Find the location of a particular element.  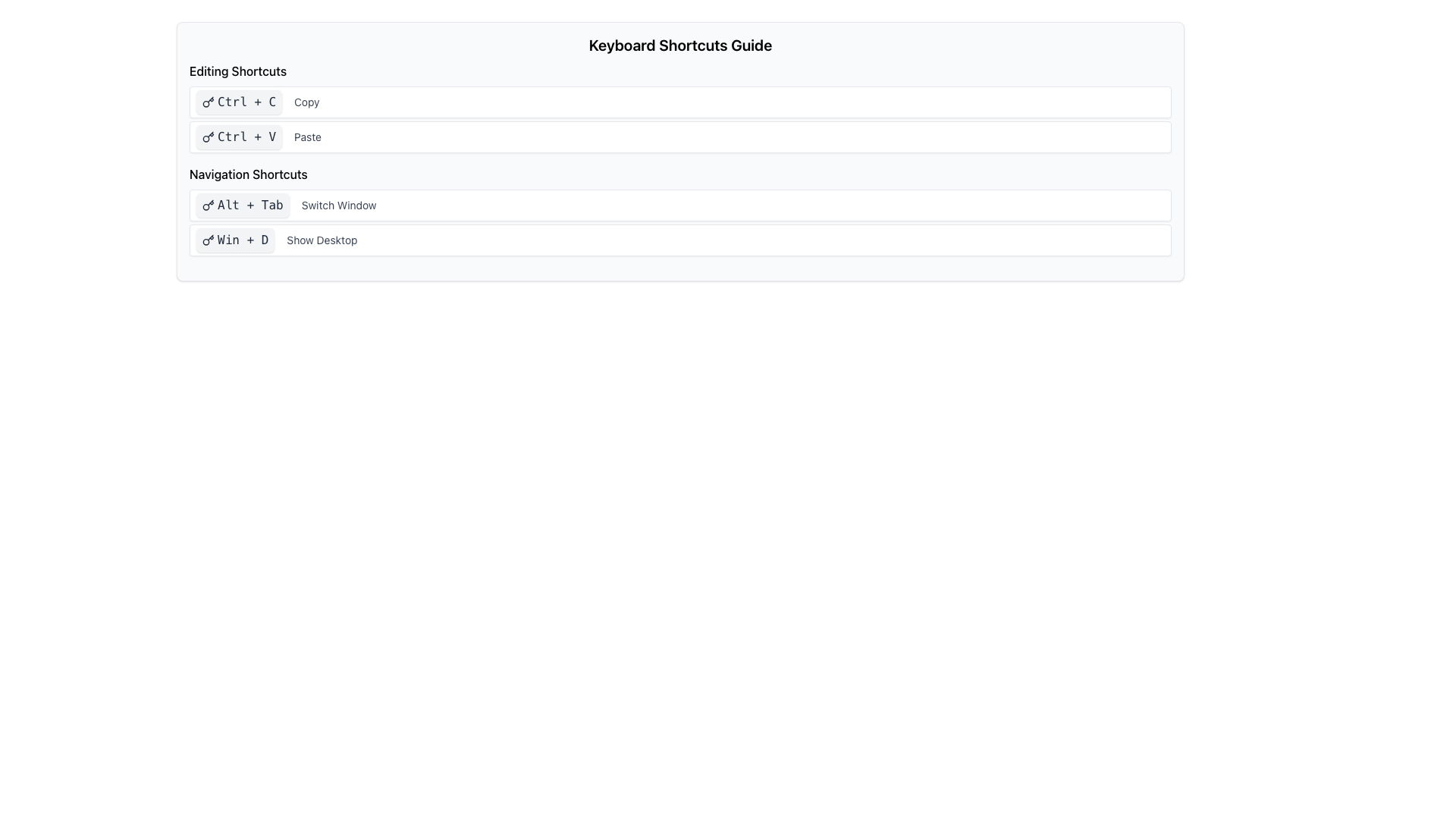

the key icon located at the left side of the 'Ctrl + C' button in the 'Editing Shortcuts' section, which is styled in a simple outline format is located at coordinates (207, 102).